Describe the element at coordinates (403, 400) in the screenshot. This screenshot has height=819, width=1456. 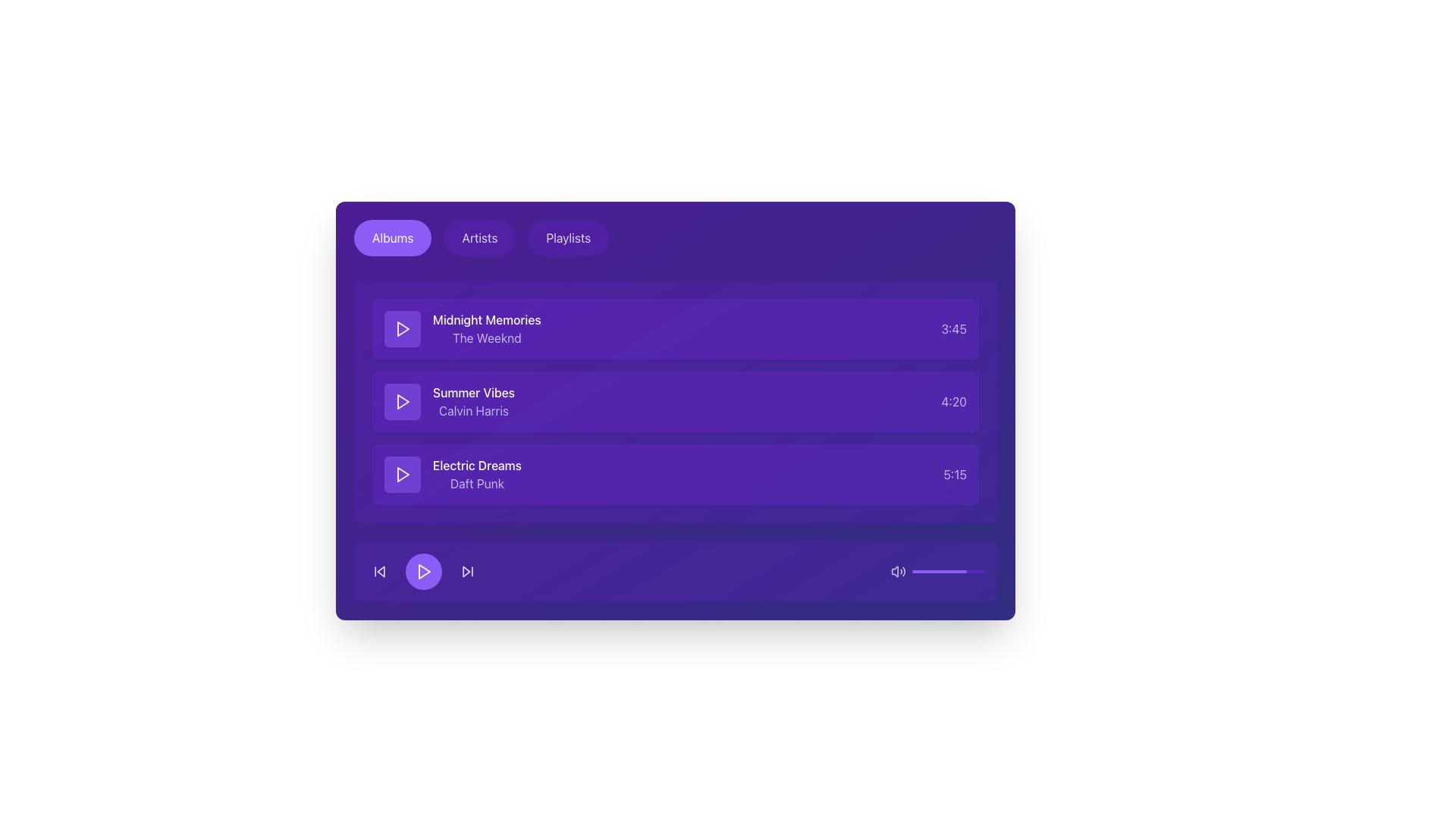
I see `the play button icon, a triangular play symbol in light violet color, located on the left side of the 'Summer Vibes' track list entry` at that location.